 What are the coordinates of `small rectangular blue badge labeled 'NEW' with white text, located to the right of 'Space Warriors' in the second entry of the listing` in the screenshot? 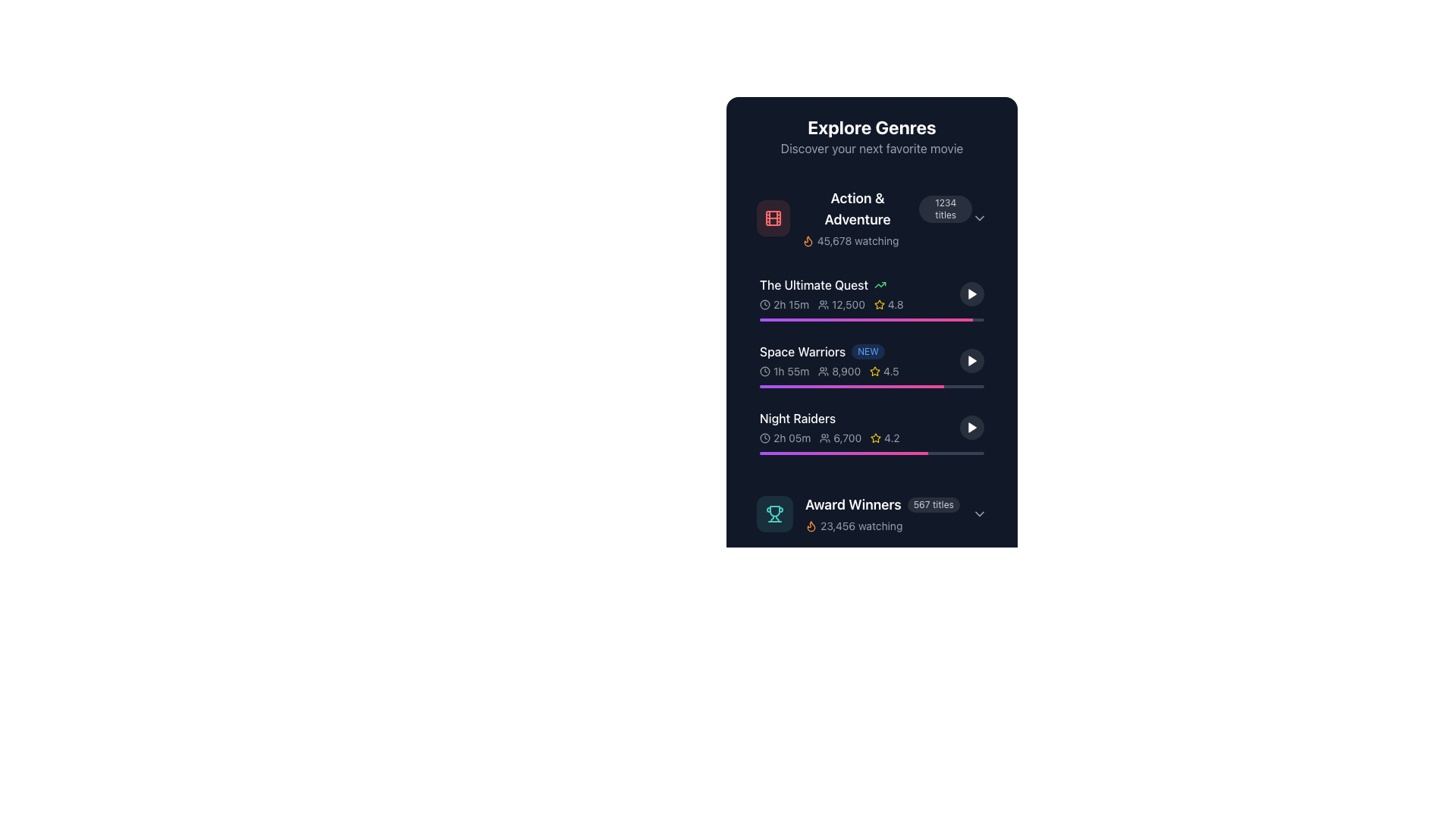 It's located at (868, 351).